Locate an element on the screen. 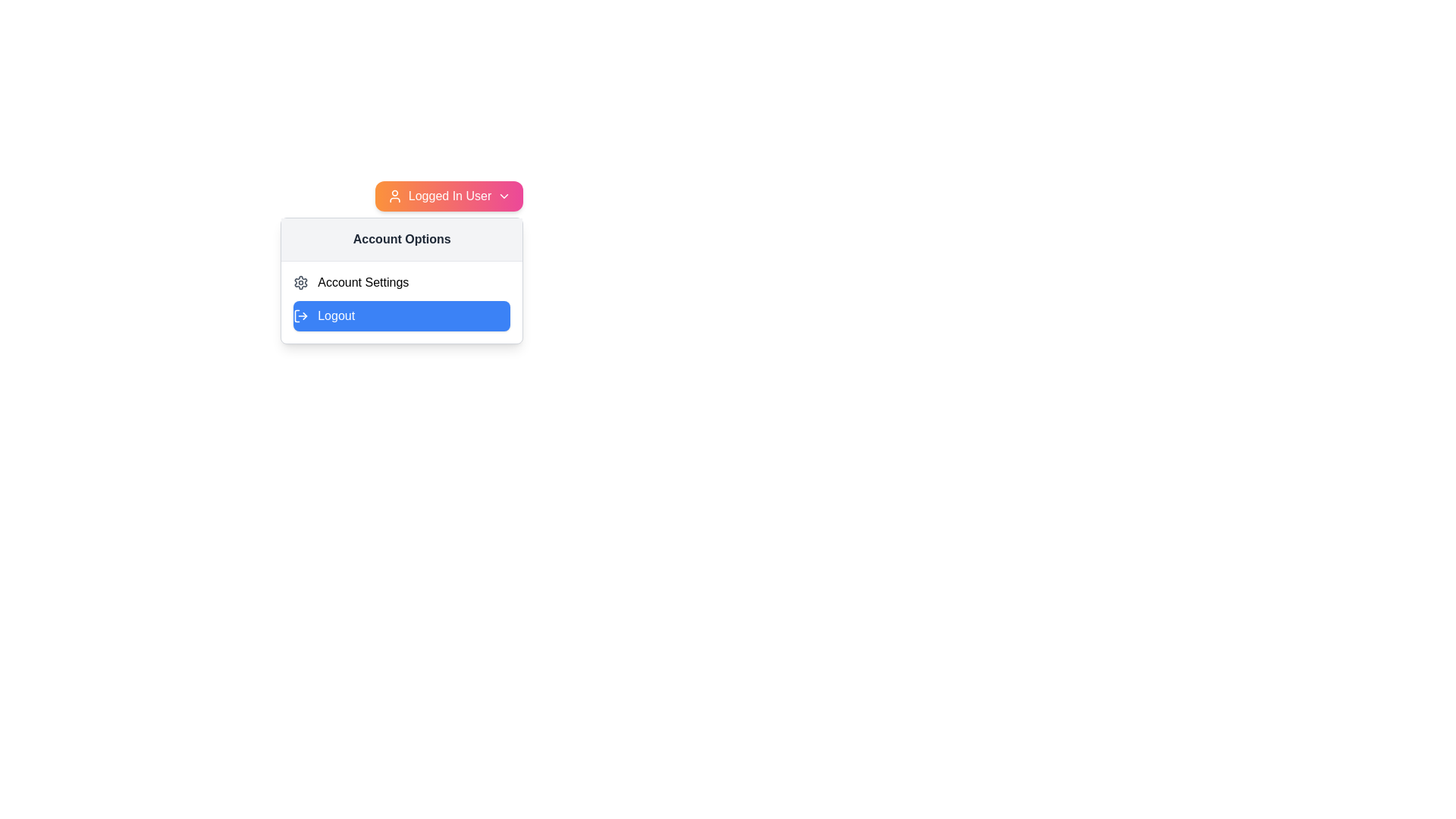 Image resolution: width=1456 pixels, height=819 pixels. the 'Logout' button, which is styled as a blue button with white text and rounded corners, located below the 'Account Settings' label in the 'Account Options' section is located at coordinates (402, 302).